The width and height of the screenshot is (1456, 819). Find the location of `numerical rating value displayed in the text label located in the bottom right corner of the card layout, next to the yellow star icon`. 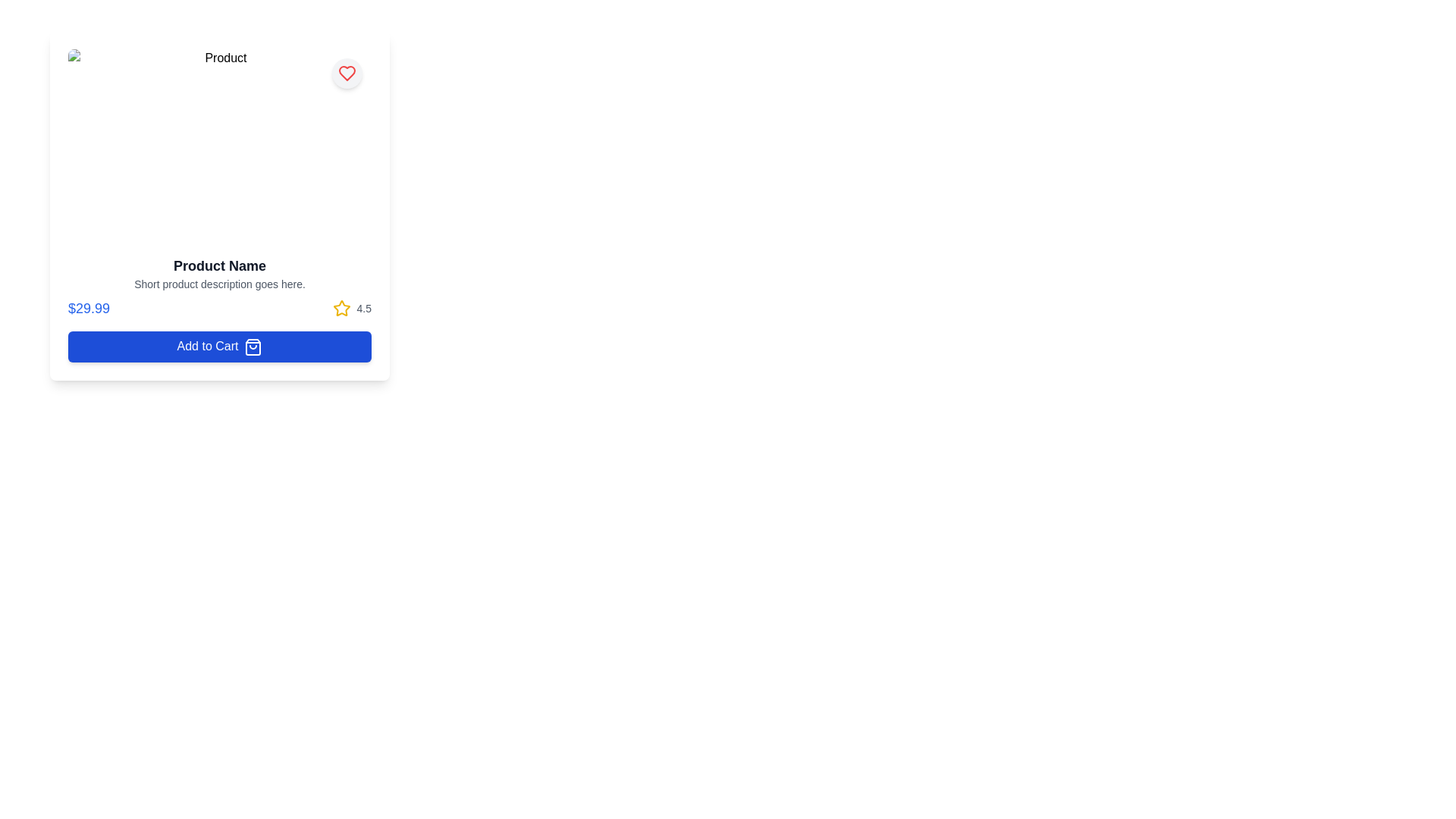

numerical rating value displayed in the text label located in the bottom right corner of the card layout, next to the yellow star icon is located at coordinates (364, 308).